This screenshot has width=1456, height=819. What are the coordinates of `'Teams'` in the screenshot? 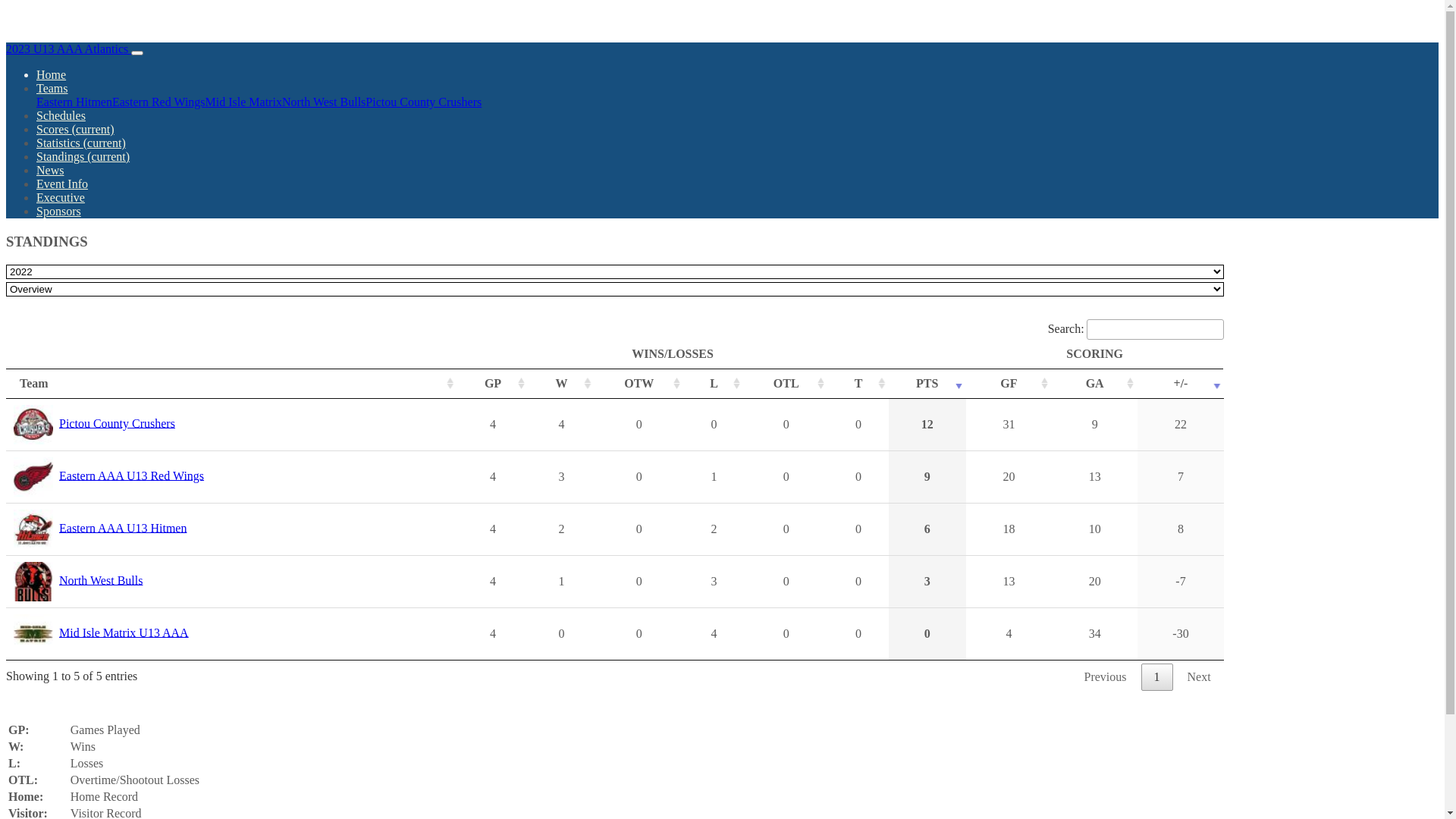 It's located at (36, 88).